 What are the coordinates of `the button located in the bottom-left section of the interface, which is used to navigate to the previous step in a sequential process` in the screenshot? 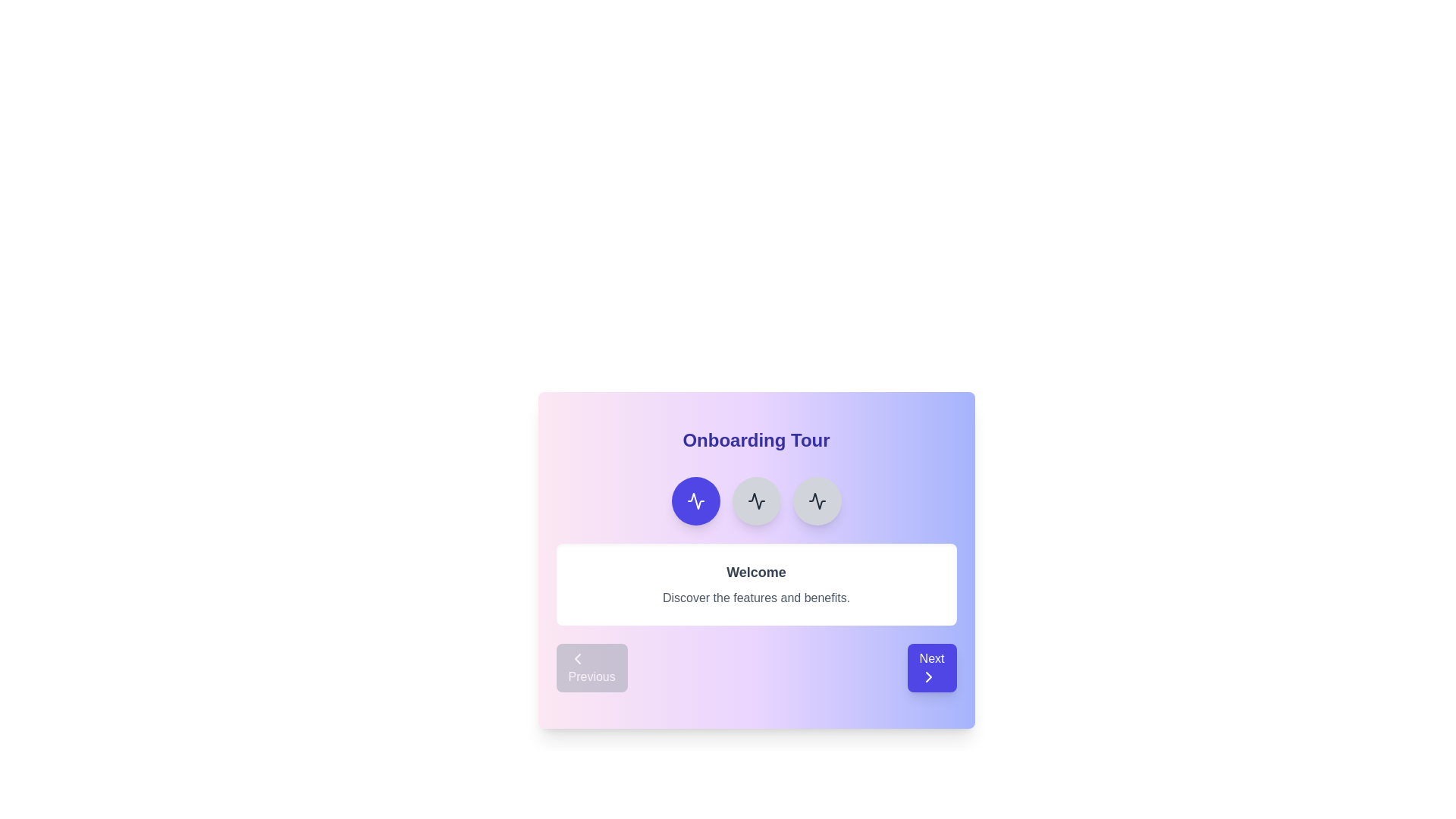 It's located at (591, 667).